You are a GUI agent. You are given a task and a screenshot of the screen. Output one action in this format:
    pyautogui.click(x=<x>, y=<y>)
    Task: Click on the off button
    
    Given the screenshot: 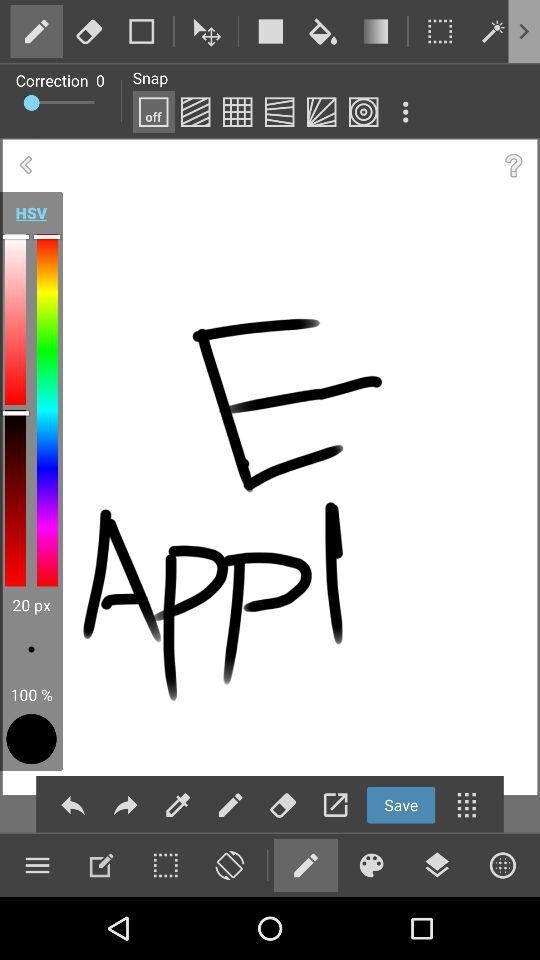 What is the action you would take?
    pyautogui.click(x=152, y=112)
    